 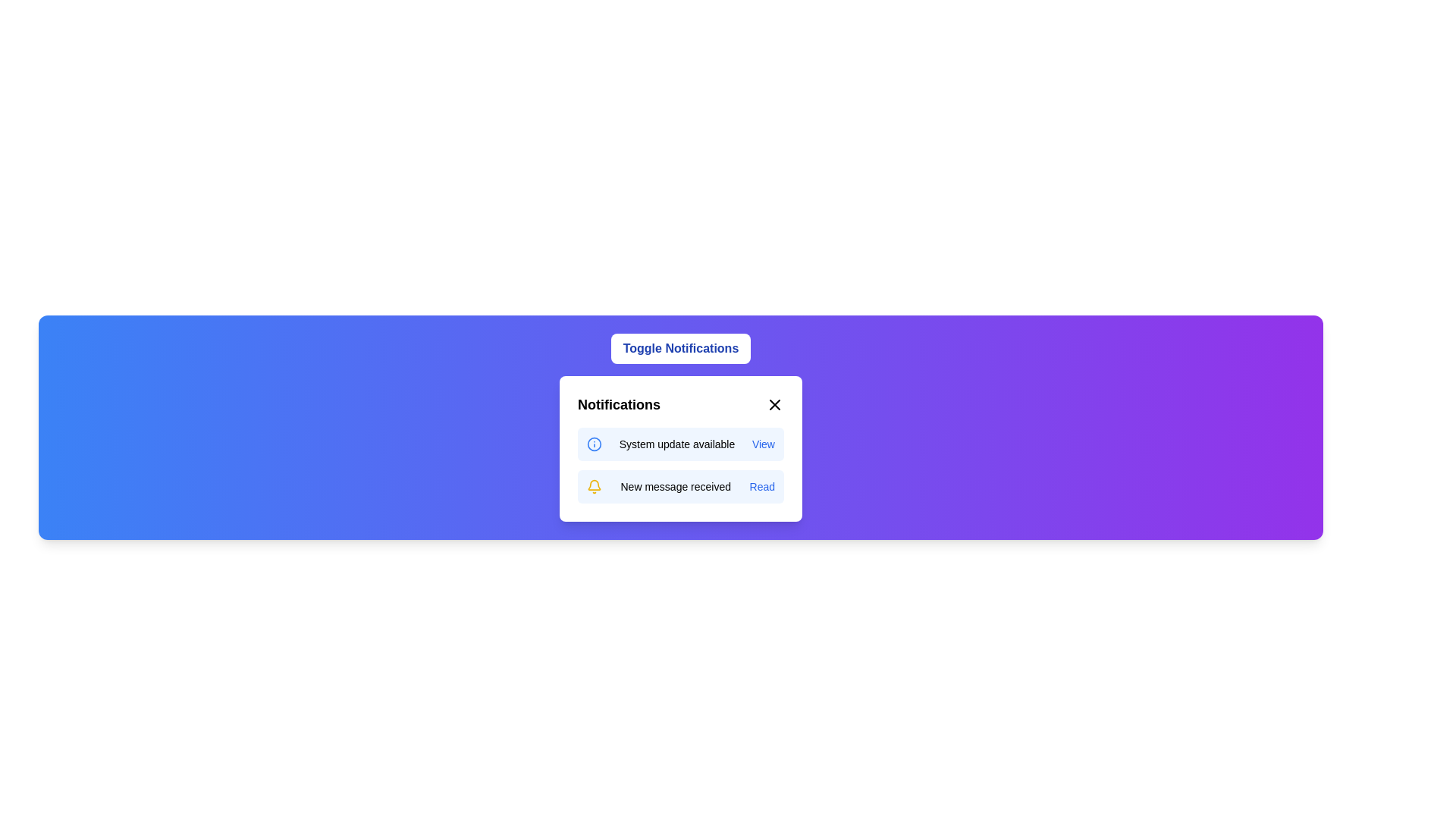 What do you see at coordinates (679, 486) in the screenshot?
I see `the second notification item that displays 'New message received' with a yellow bell icon and a blue 'Read' link` at bounding box center [679, 486].